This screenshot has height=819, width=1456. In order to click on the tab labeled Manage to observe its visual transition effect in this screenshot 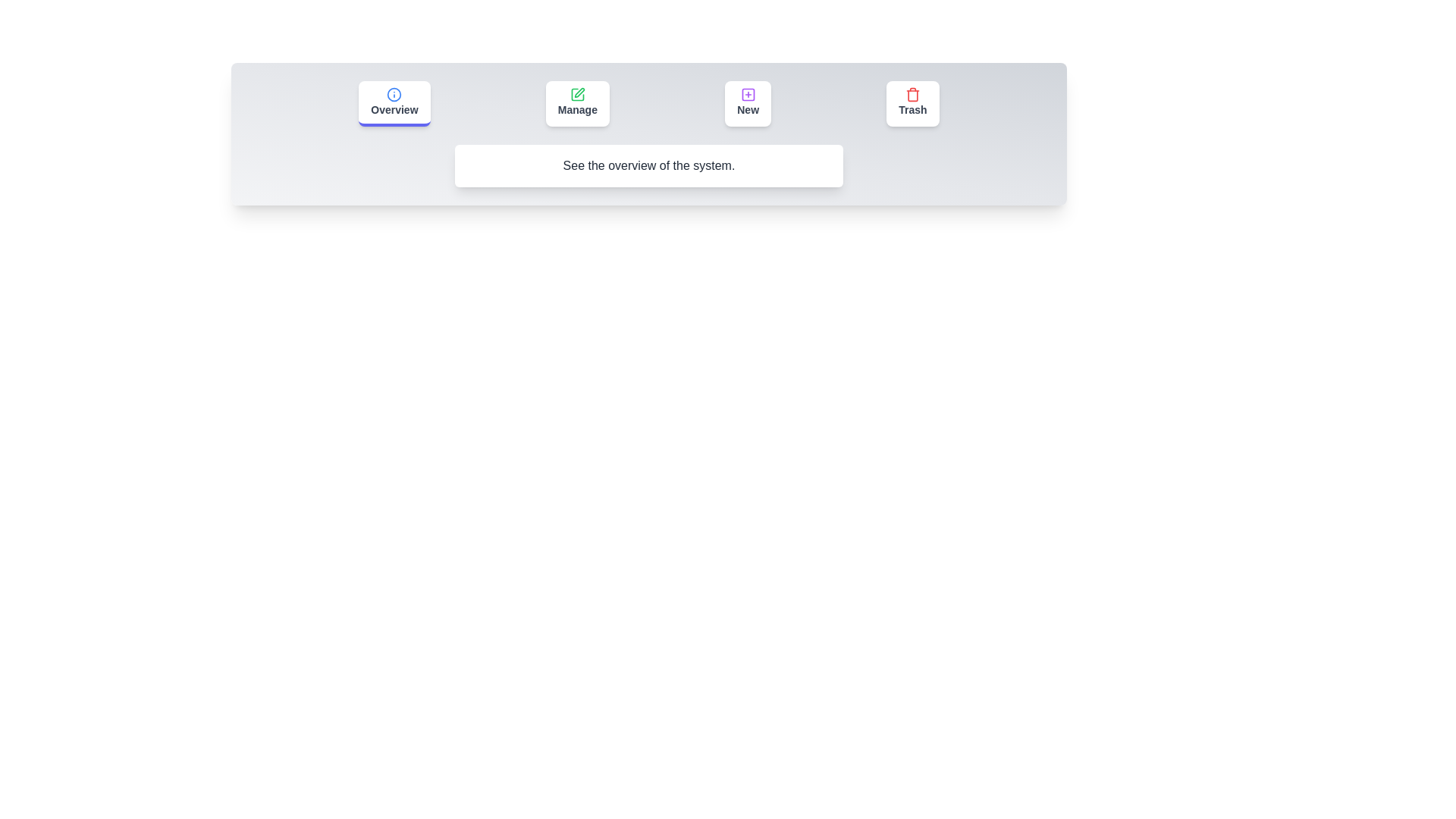, I will do `click(576, 103)`.